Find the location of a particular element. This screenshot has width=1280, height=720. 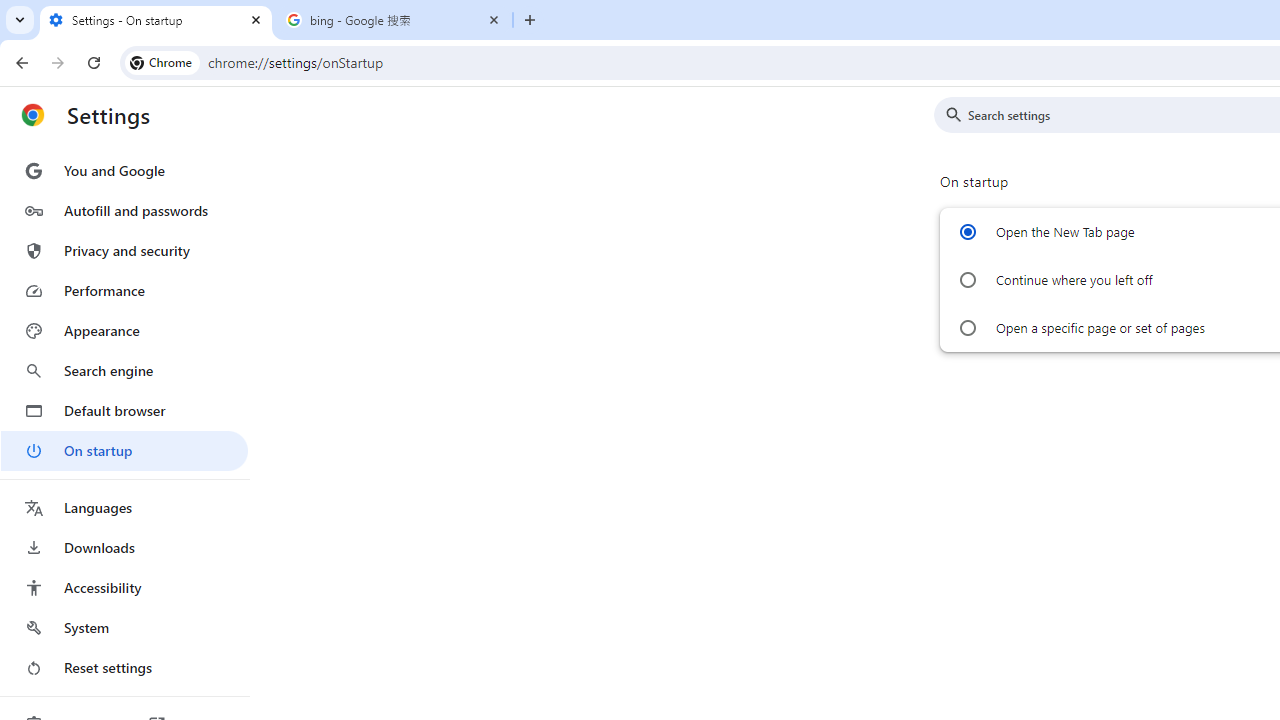

'Appearance' is located at coordinates (123, 330).